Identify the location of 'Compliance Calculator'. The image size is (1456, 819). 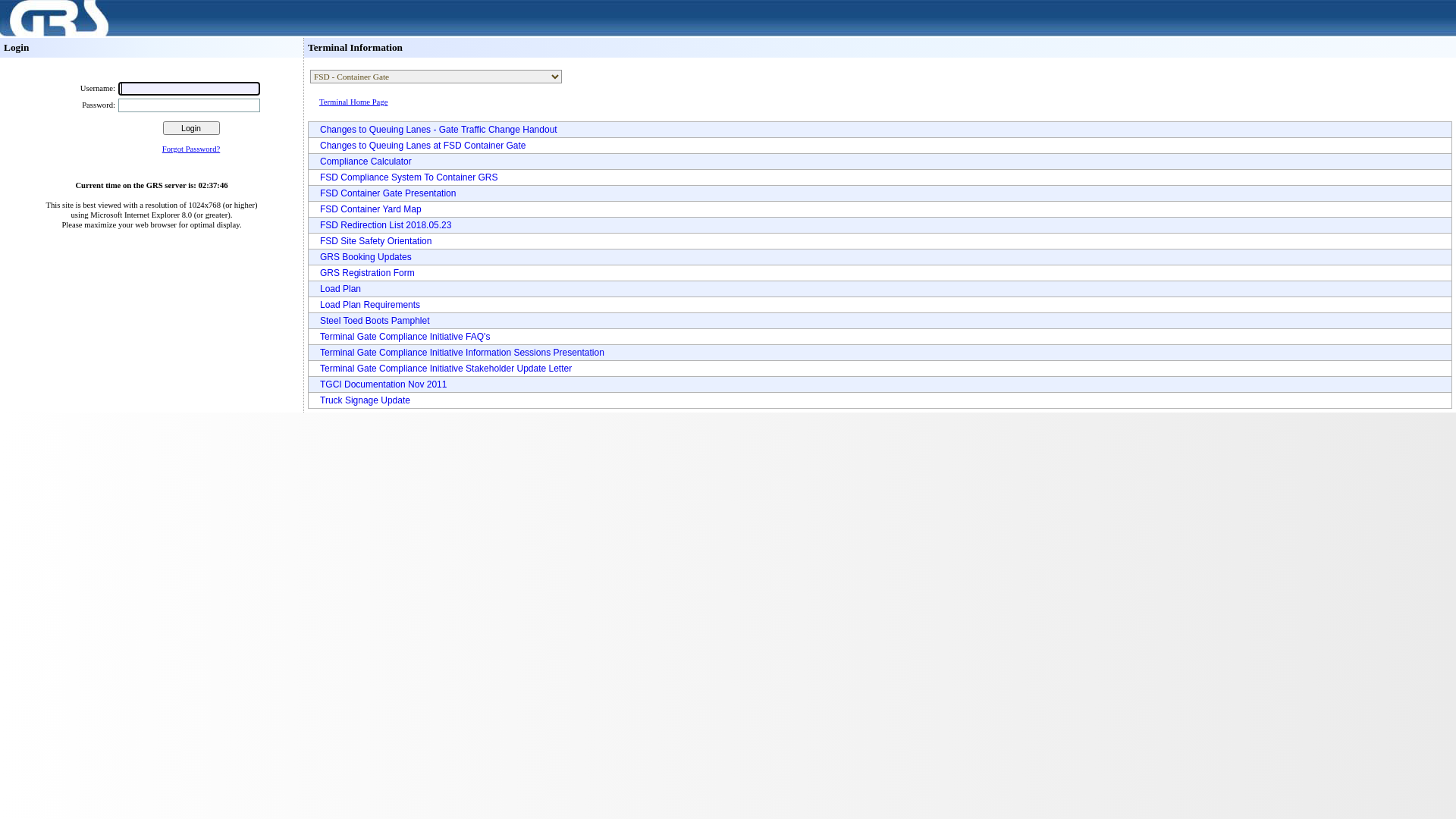
(361, 161).